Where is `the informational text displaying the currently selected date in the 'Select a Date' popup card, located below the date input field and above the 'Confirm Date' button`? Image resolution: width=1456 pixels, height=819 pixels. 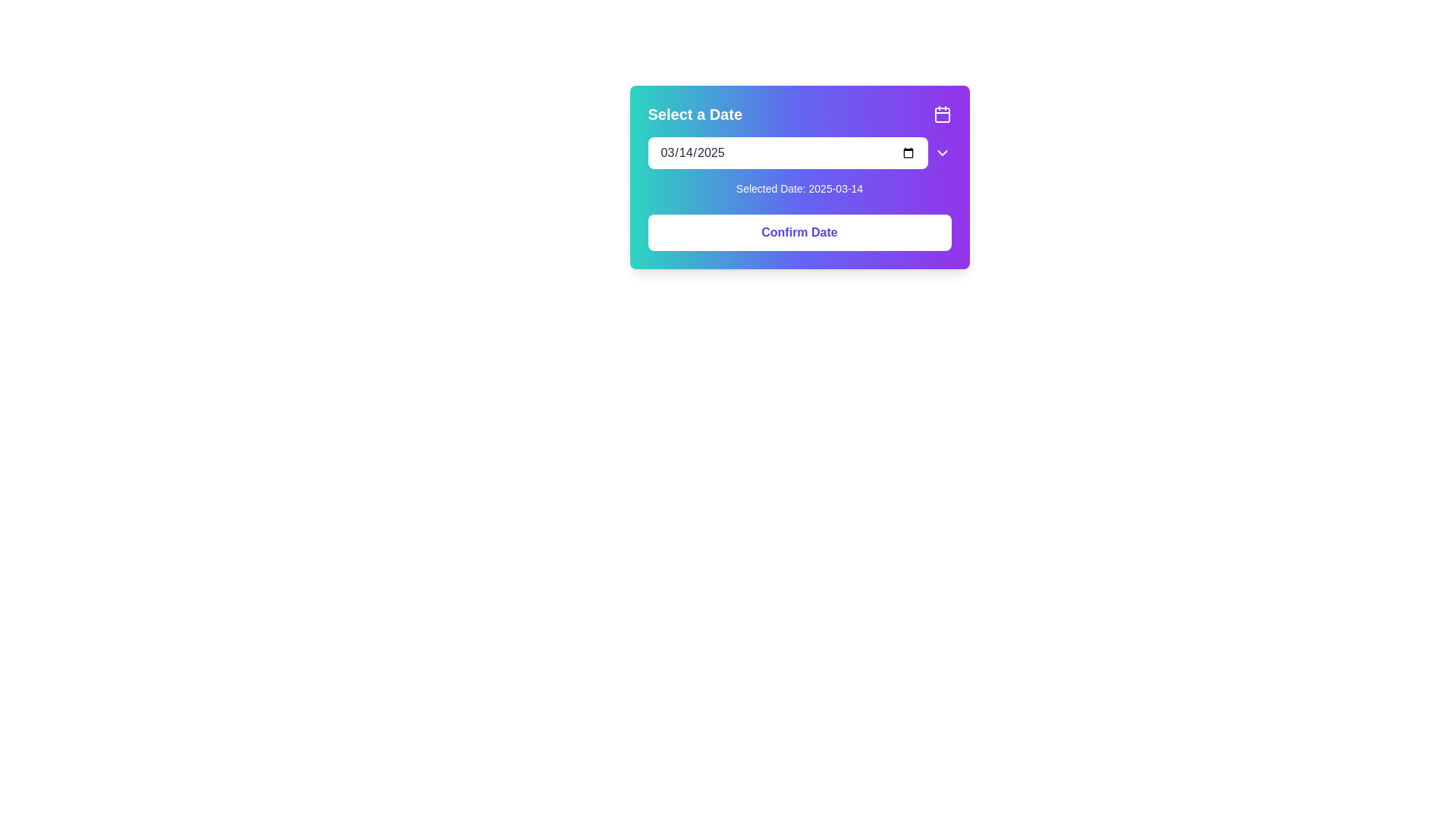 the informational text displaying the currently selected date in the 'Select a Date' popup card, located below the date input field and above the 'Confirm Date' button is located at coordinates (799, 188).